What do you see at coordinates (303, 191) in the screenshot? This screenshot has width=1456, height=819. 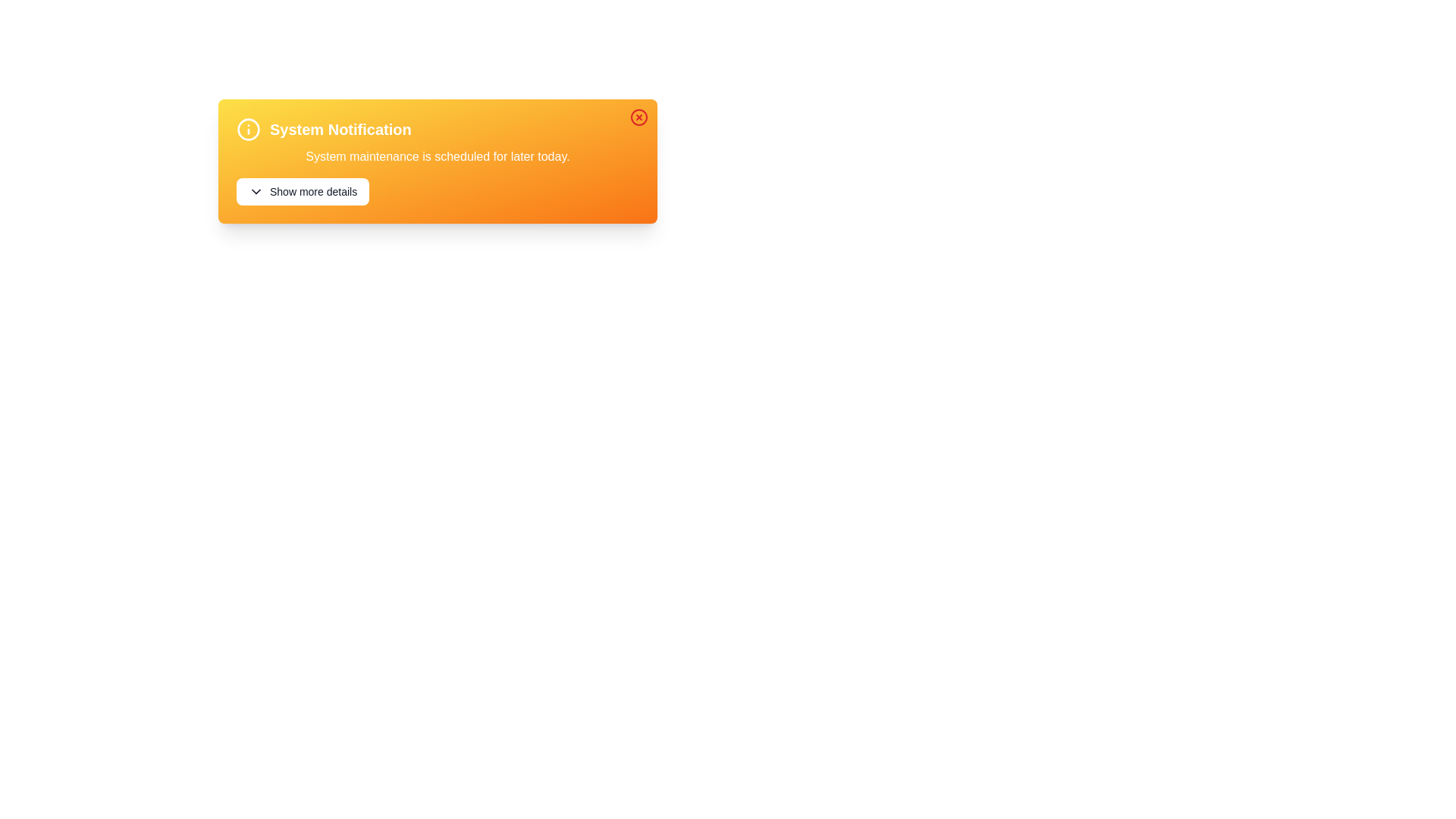 I see `the 'Show more details' button to toggle the visibility of additional details` at bounding box center [303, 191].